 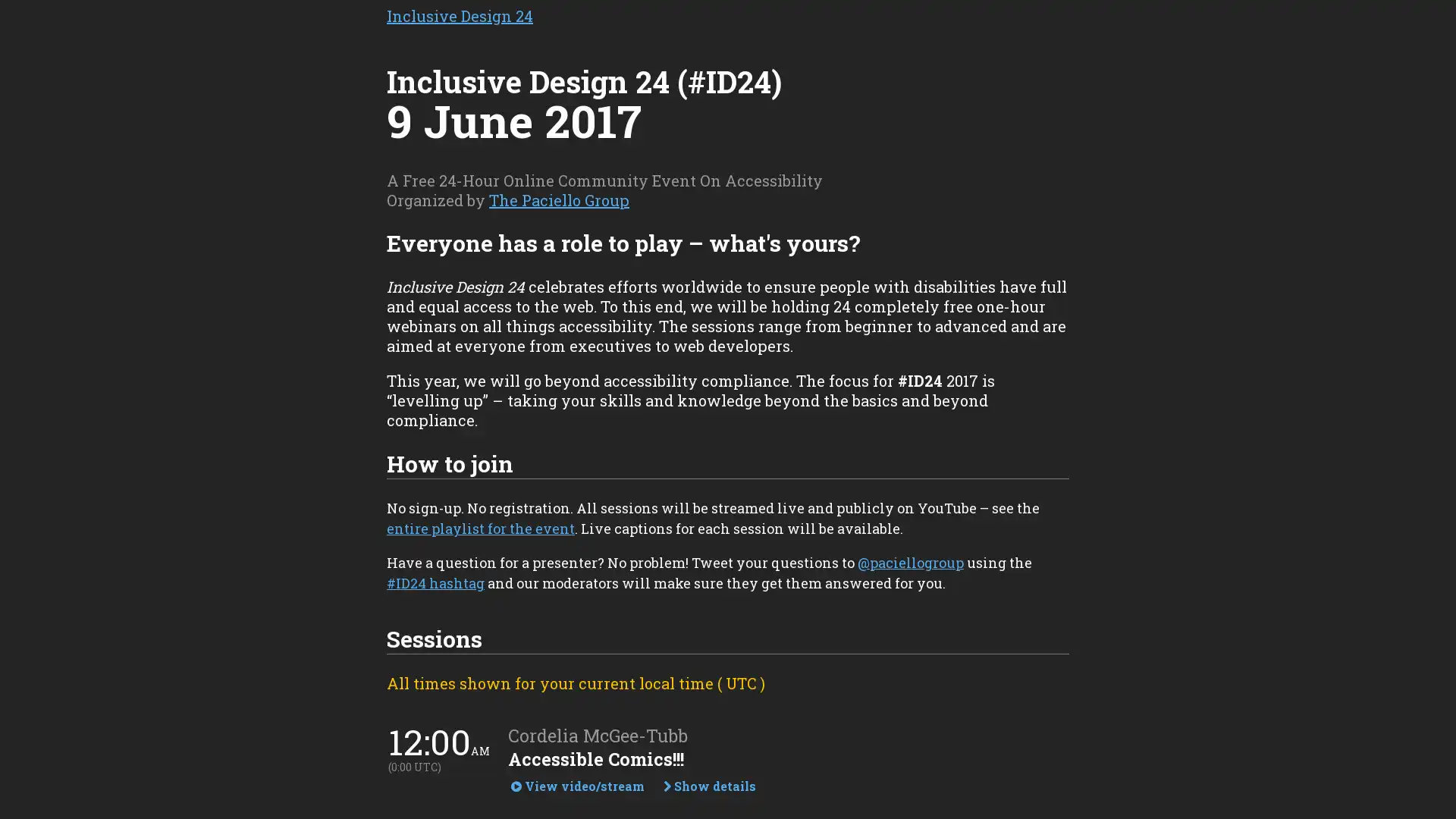 I want to click on Show details, so click(x=709, y=785).